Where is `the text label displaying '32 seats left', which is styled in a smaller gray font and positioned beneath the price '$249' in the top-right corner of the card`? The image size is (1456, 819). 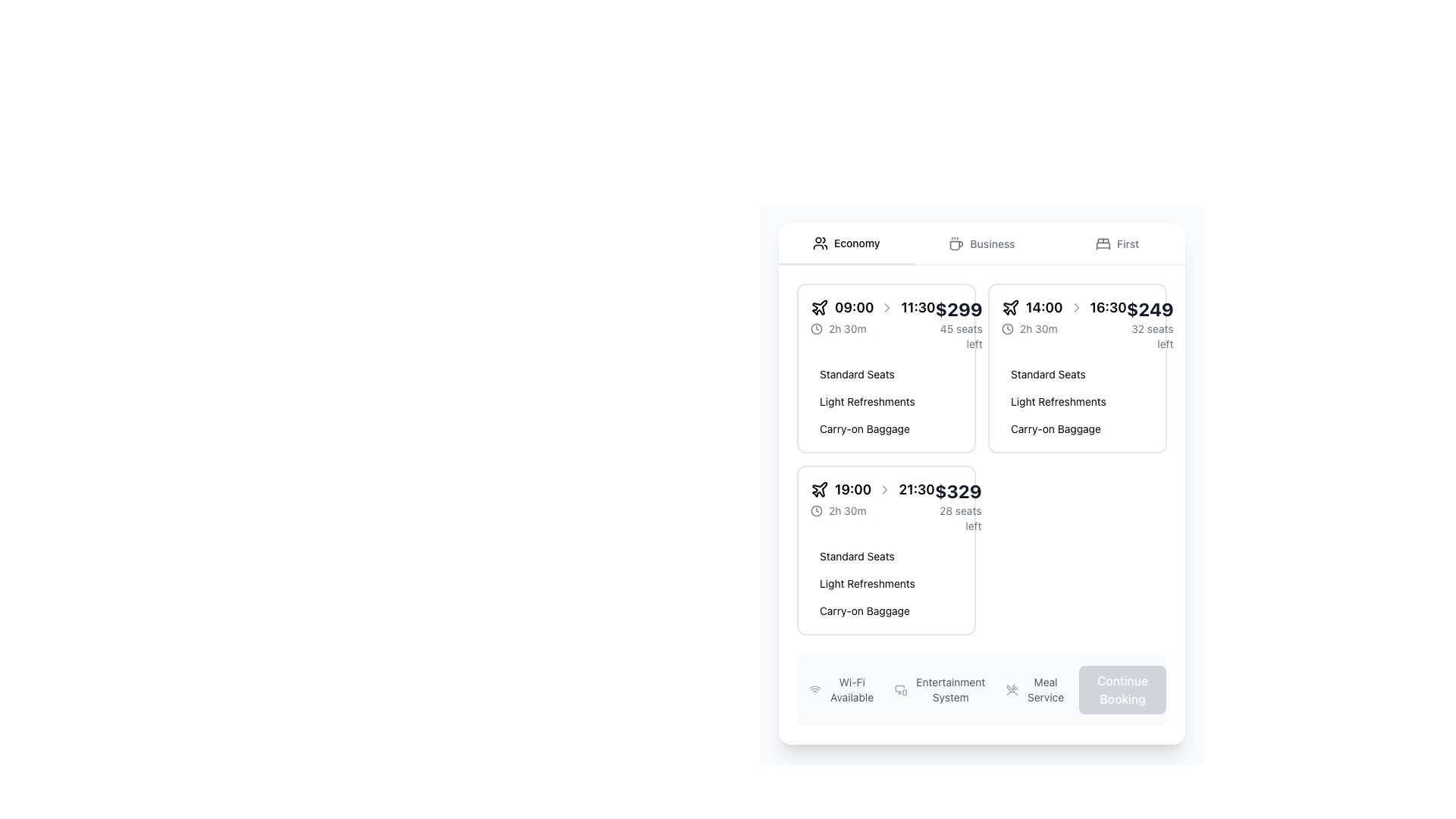
the text label displaying '32 seats left', which is styled in a smaller gray font and positioned beneath the price '$249' in the top-right corner of the card is located at coordinates (1150, 335).